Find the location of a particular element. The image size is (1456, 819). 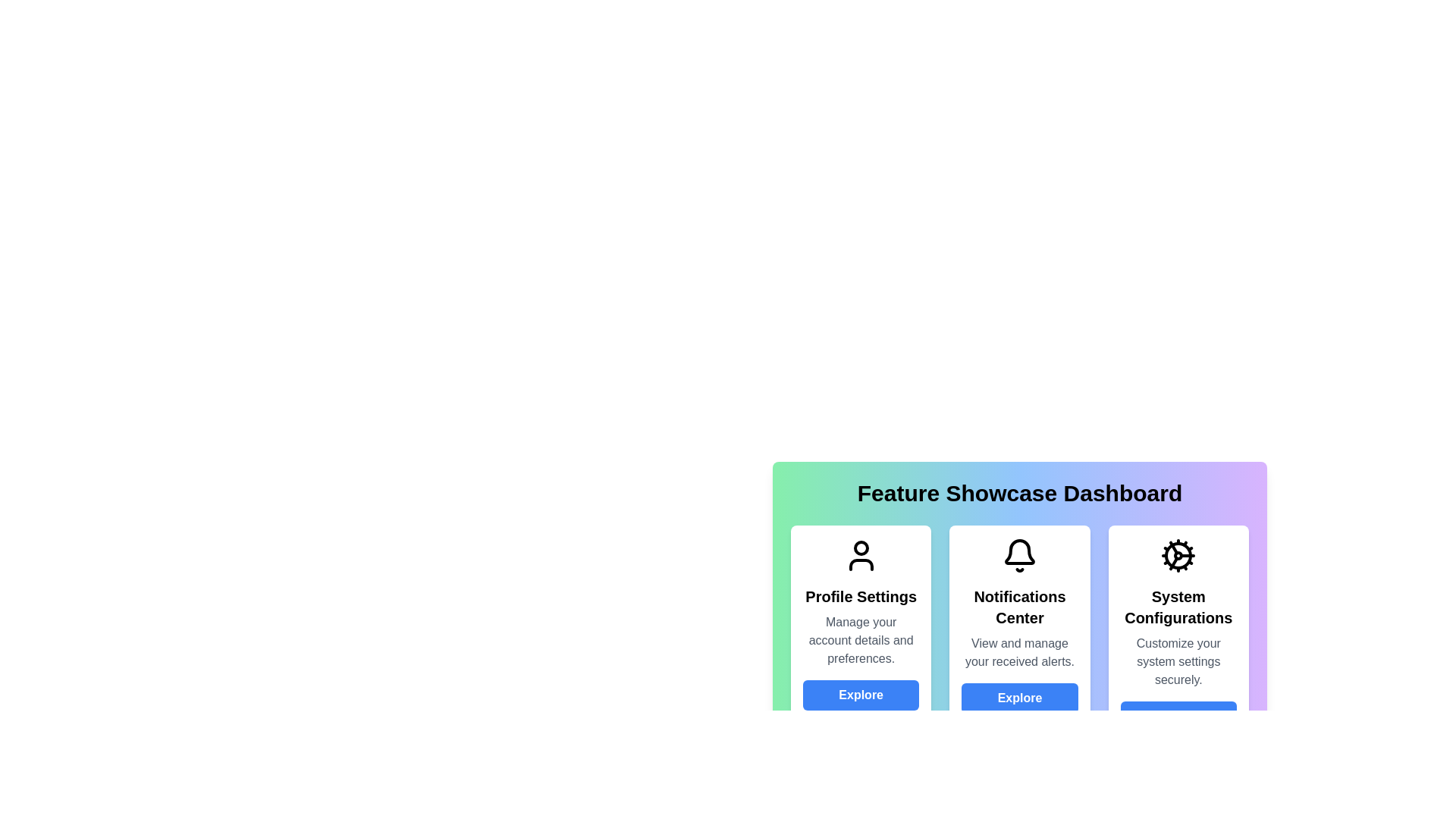

the bell-shaped notification icon located at the center of the 'Notifications Center' card, which is positioned between 'Profile Settings' and 'System Configurations' is located at coordinates (1019, 552).